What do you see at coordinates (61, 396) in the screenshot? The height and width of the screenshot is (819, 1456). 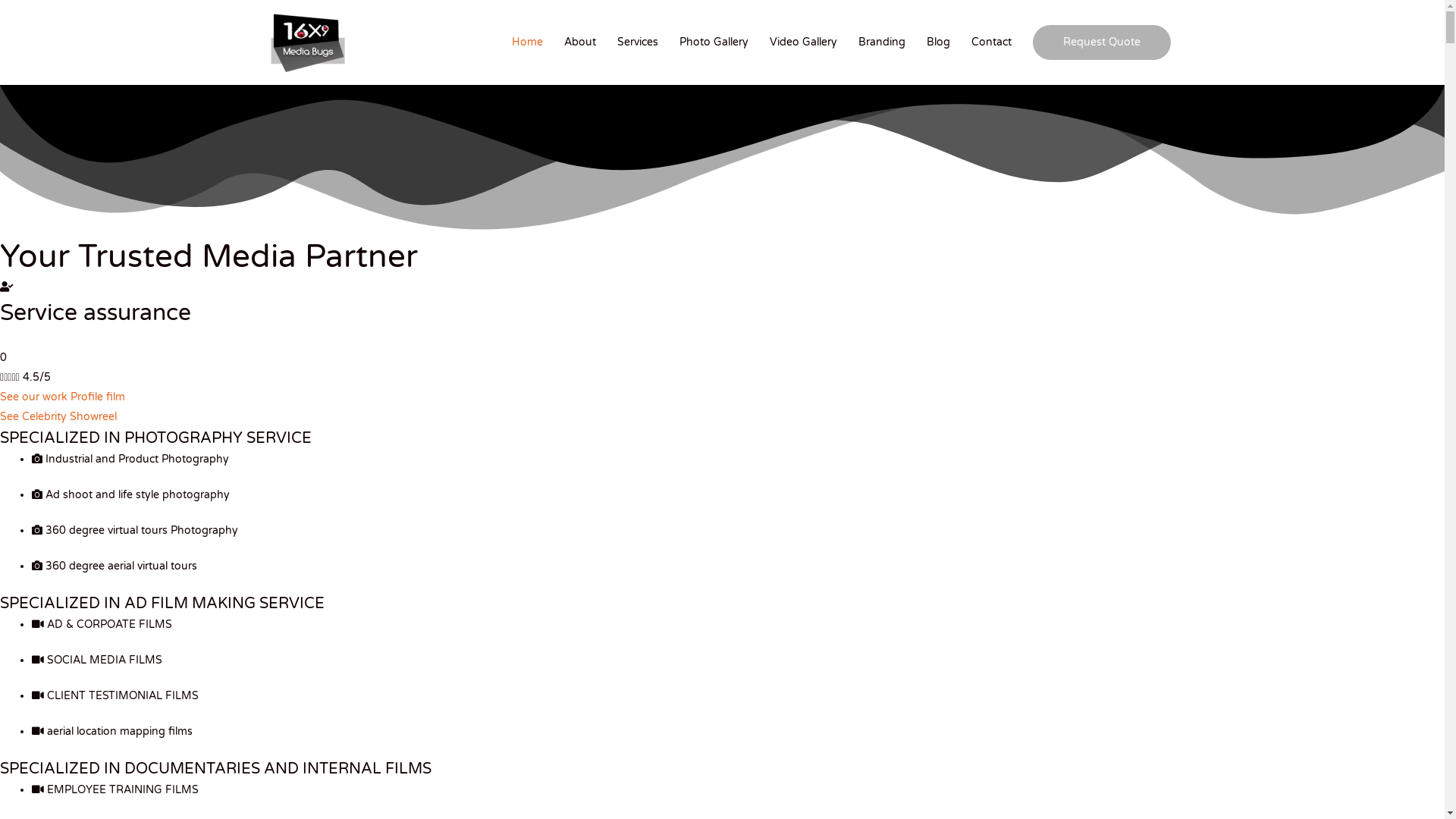 I see `'See our work Profile film'` at bounding box center [61, 396].